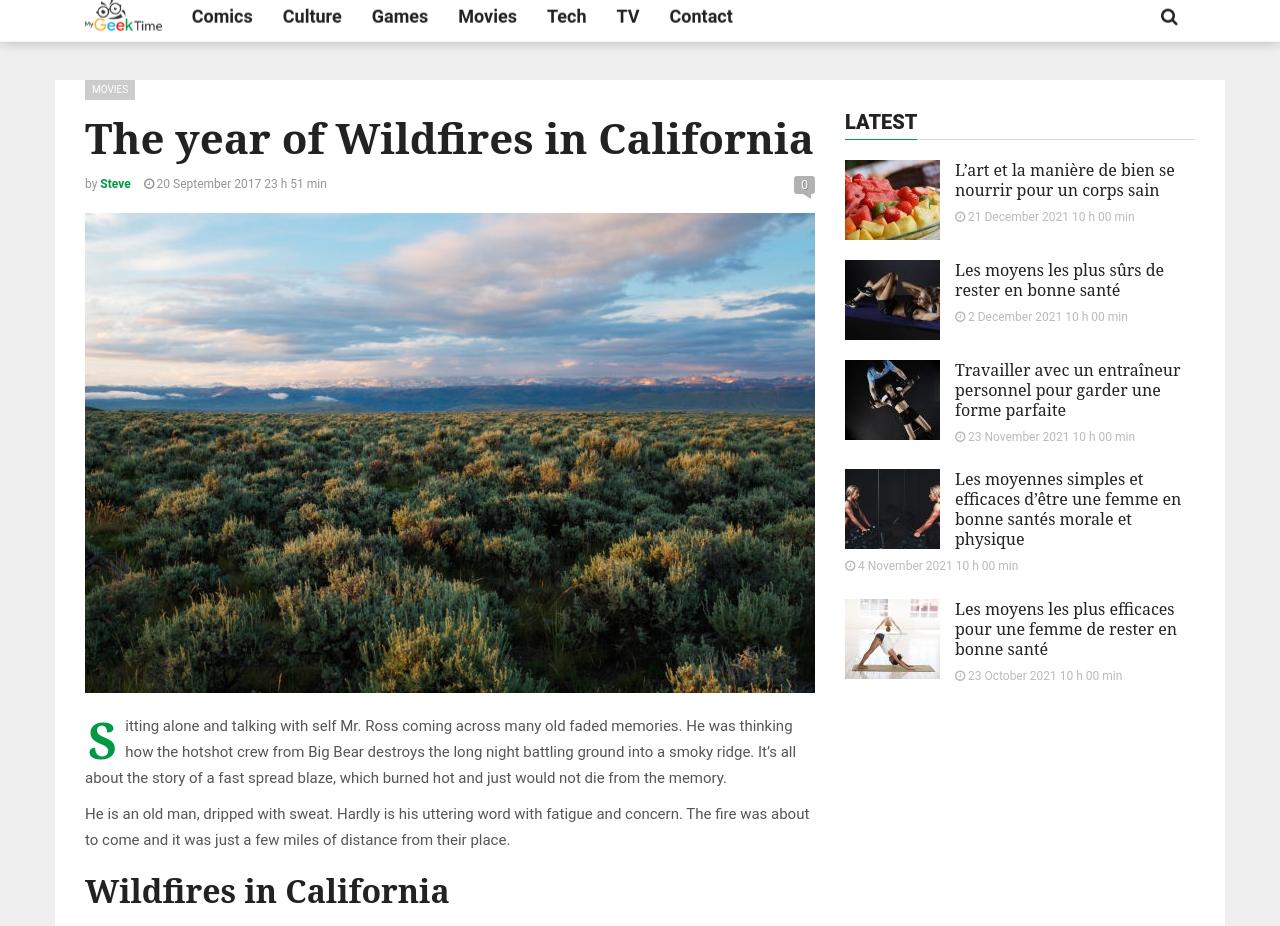  I want to click on '2 December 2021 10 h 00 min', so click(964, 316).